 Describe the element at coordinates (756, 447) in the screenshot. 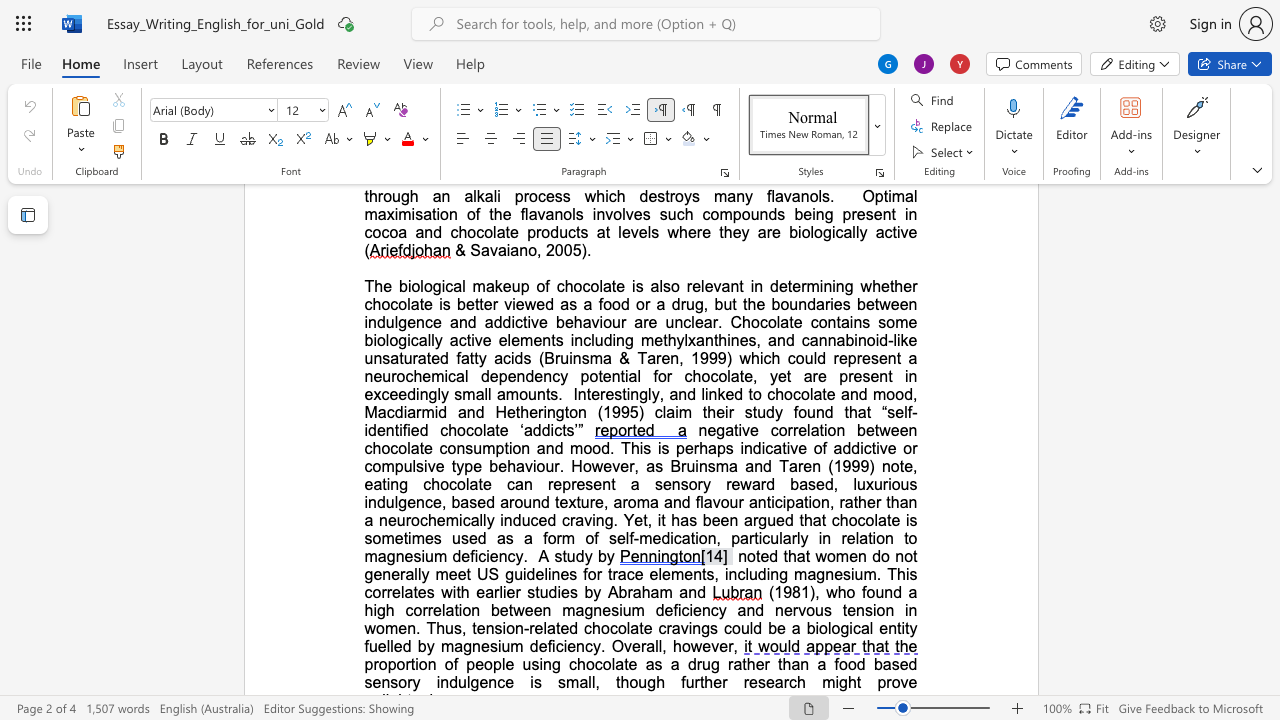

I see `the 1th character "d" in the text` at that location.